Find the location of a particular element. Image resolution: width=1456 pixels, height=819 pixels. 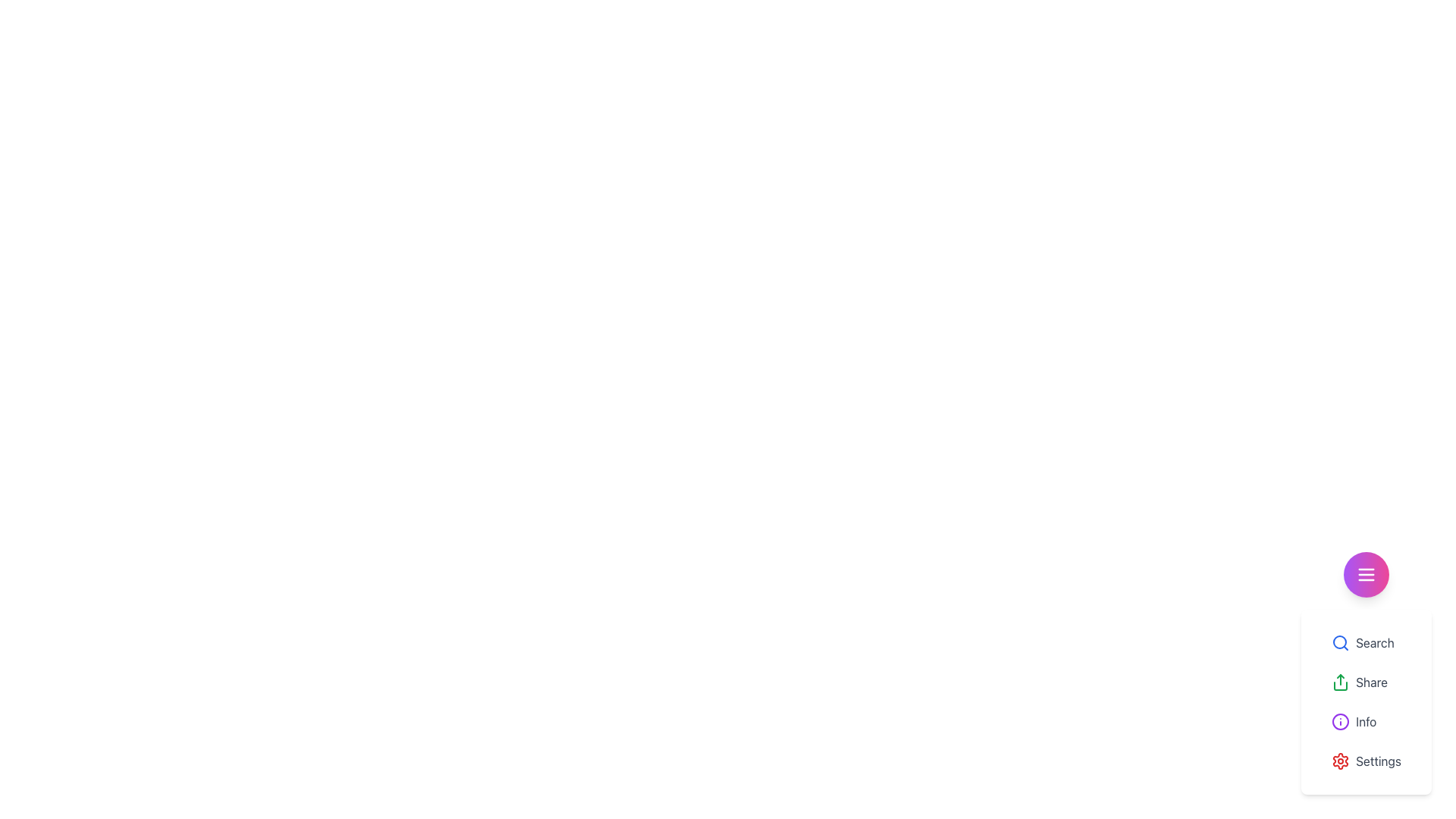

the circular button with a gradient background transitioning from purple to pink, featuring three white horizontal lines in the center is located at coordinates (1367, 575).